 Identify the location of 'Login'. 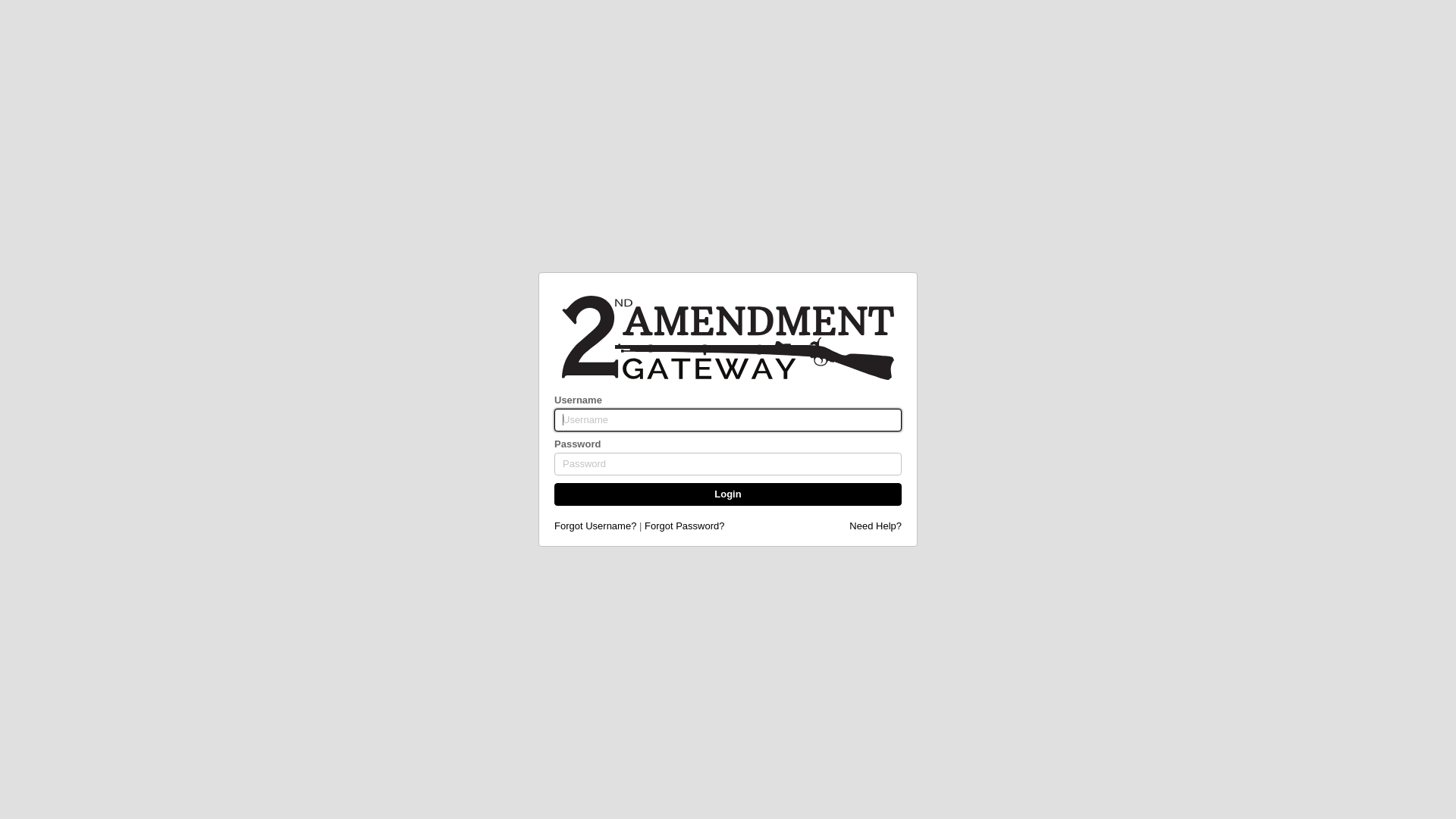
(728, 494).